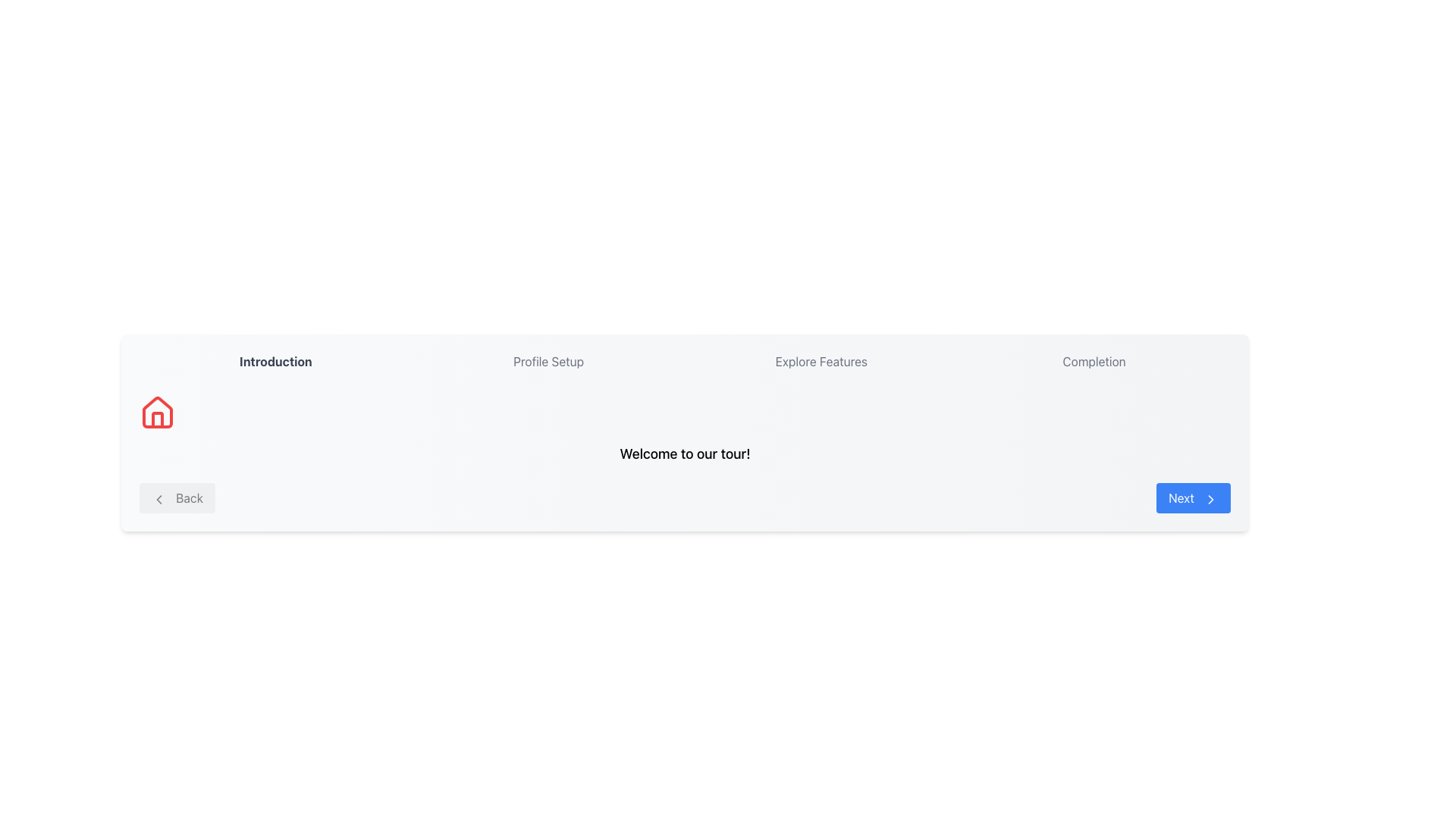 This screenshot has width=1456, height=819. What do you see at coordinates (684, 362) in the screenshot?
I see `the Horizontal Step Progress Bar which serves as a progress indicator for the user, showing various steps in a workflow or process with the current step highlighted` at bounding box center [684, 362].